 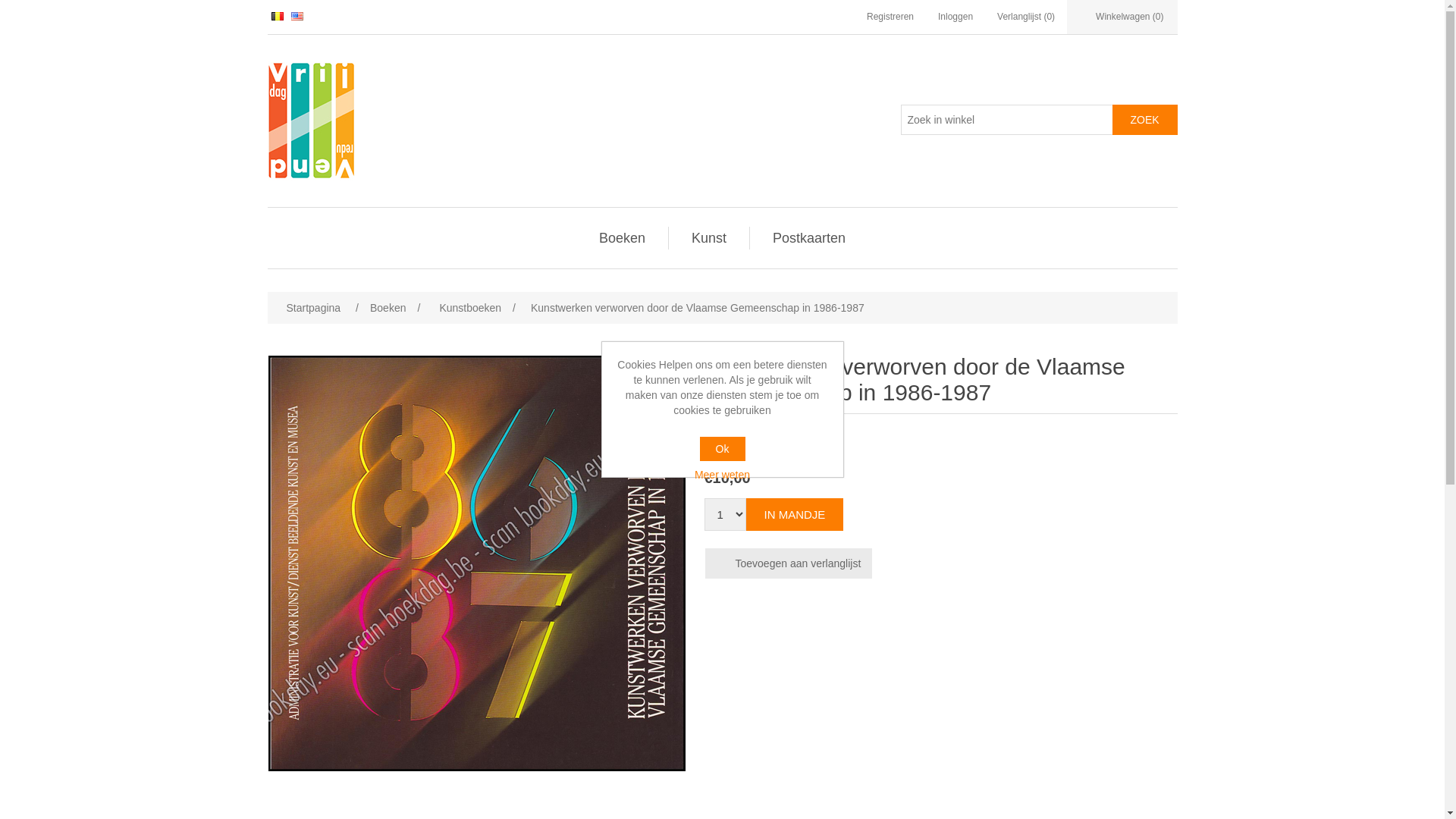 What do you see at coordinates (789, 563) in the screenshot?
I see `'Toevoegen aan verlanglijst'` at bounding box center [789, 563].